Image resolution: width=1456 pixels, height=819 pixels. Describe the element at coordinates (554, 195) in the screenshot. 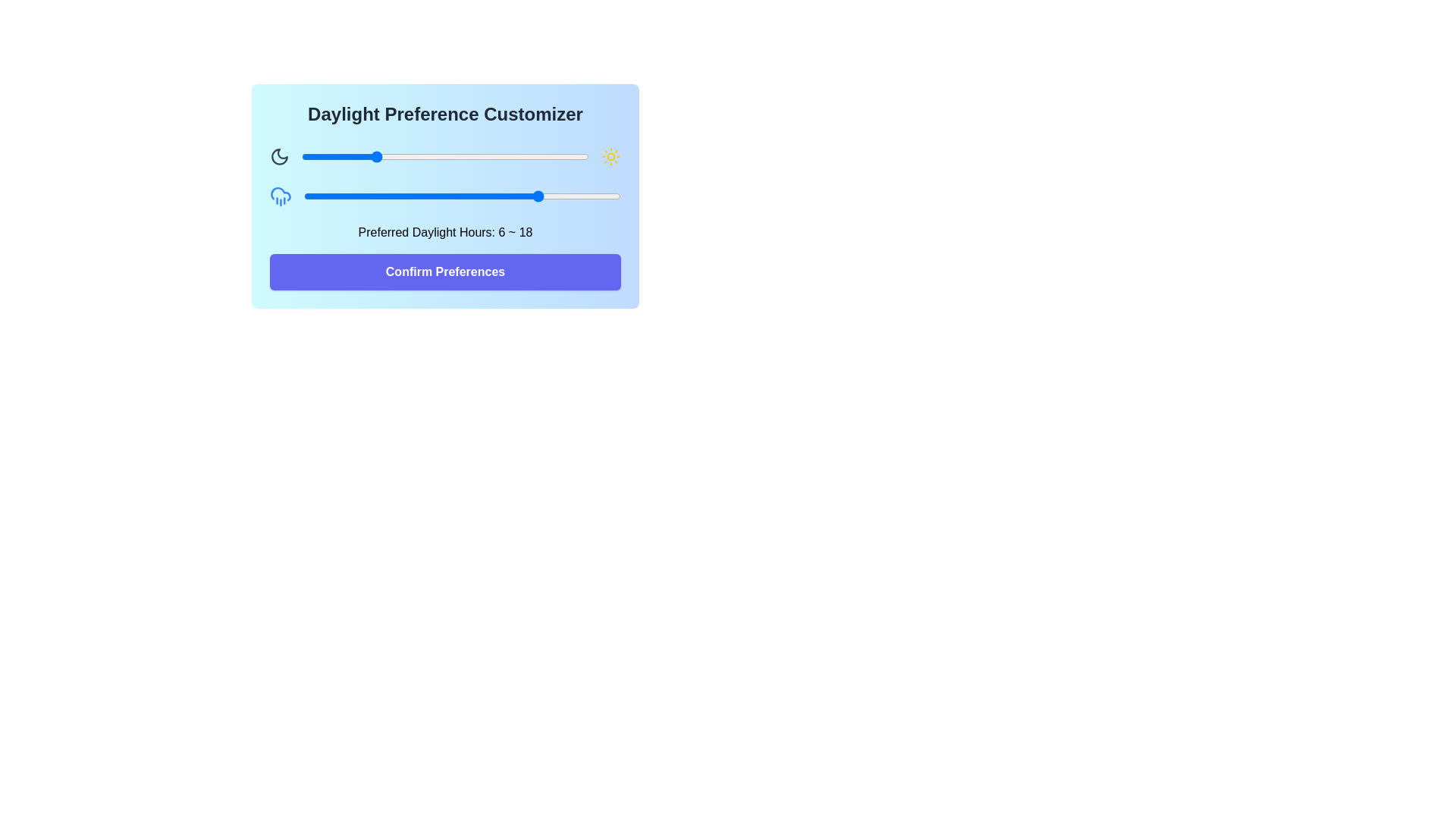

I see `the preferred daylight hours` at that location.